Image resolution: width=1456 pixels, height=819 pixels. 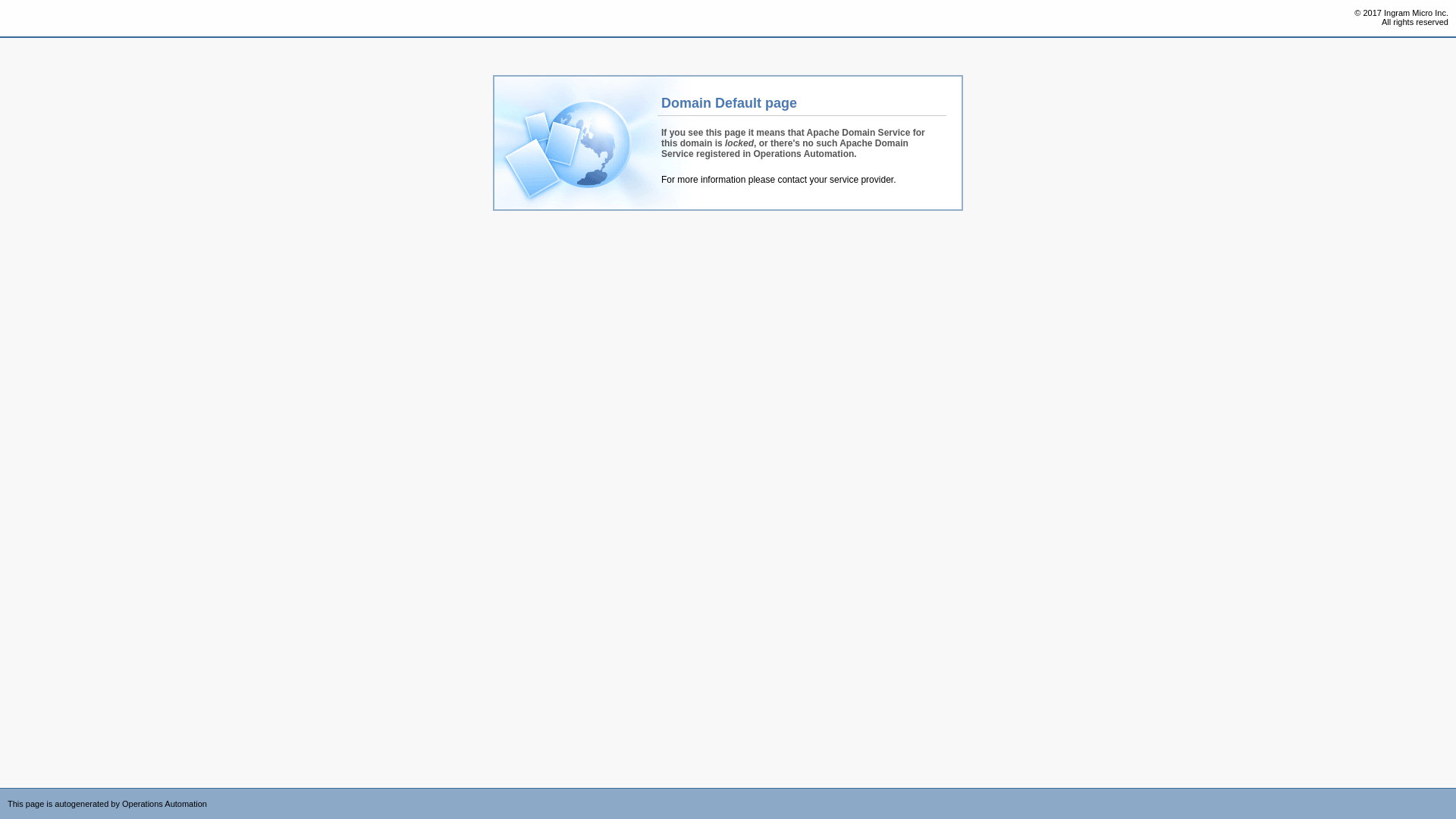 I want to click on 'Operations Automation', so click(x=39, y=18).